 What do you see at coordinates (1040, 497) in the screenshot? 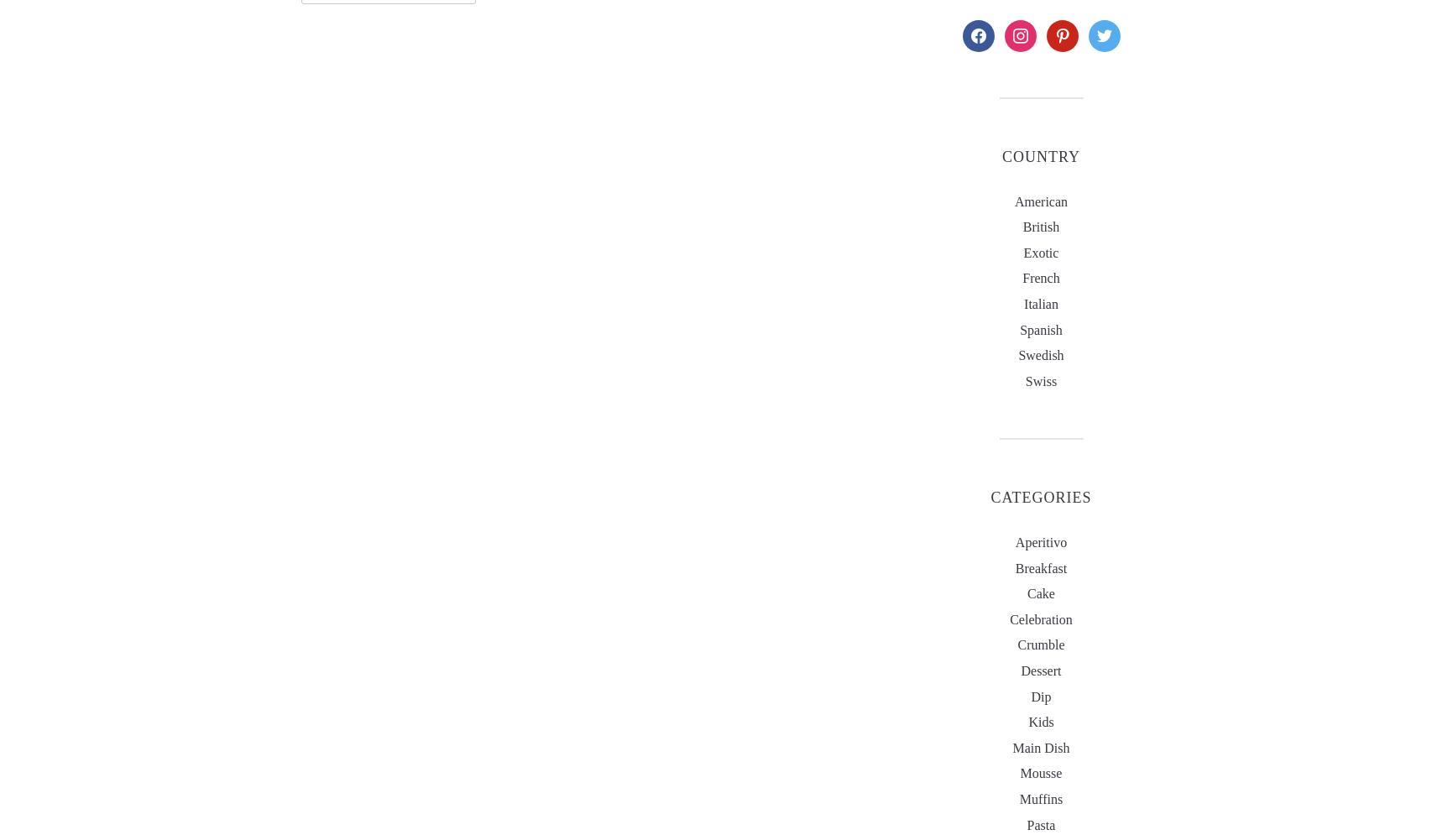
I see `'Categories'` at bounding box center [1040, 497].